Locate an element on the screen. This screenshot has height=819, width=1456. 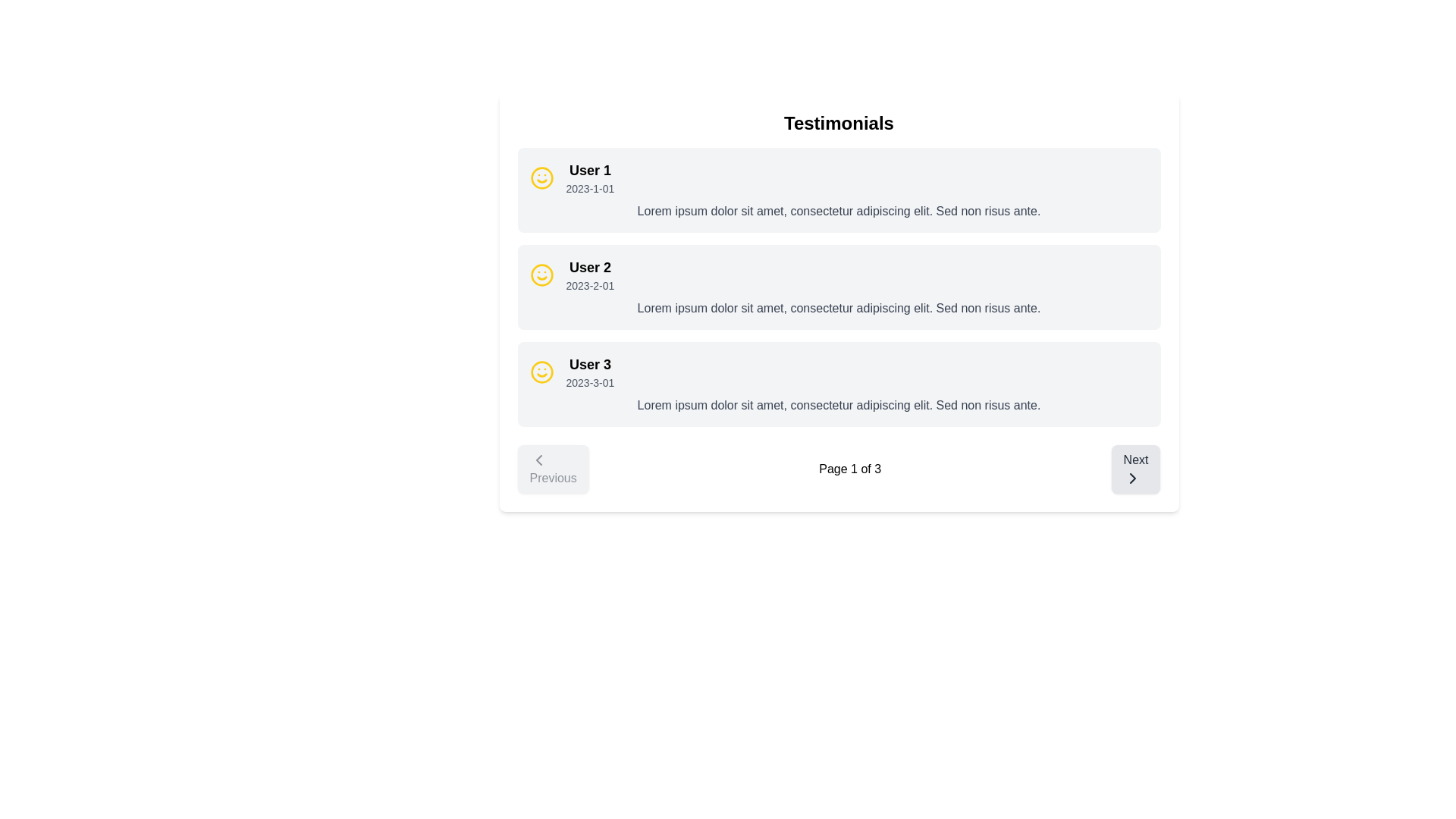
the right-facing chevron icon inside the 'Next' button located at the bottom-right corner of the interface is located at coordinates (1132, 479).